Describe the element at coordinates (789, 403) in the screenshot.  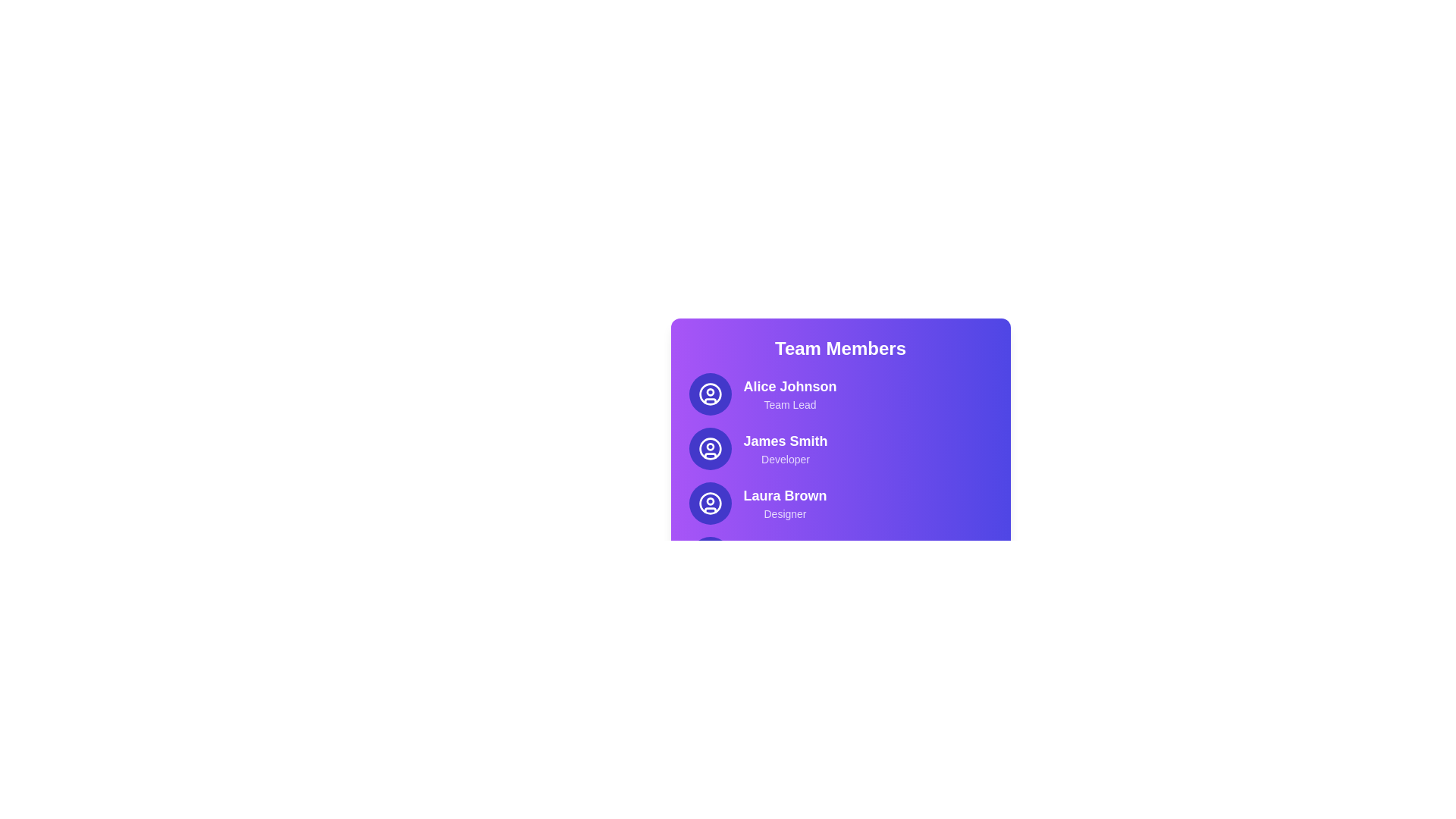
I see `the text label reading 'Team Lead', which is styled with a small font size and light font weight, positioned beneath the name 'Alice Johnson' in the top-most list item of the team members panel` at that location.